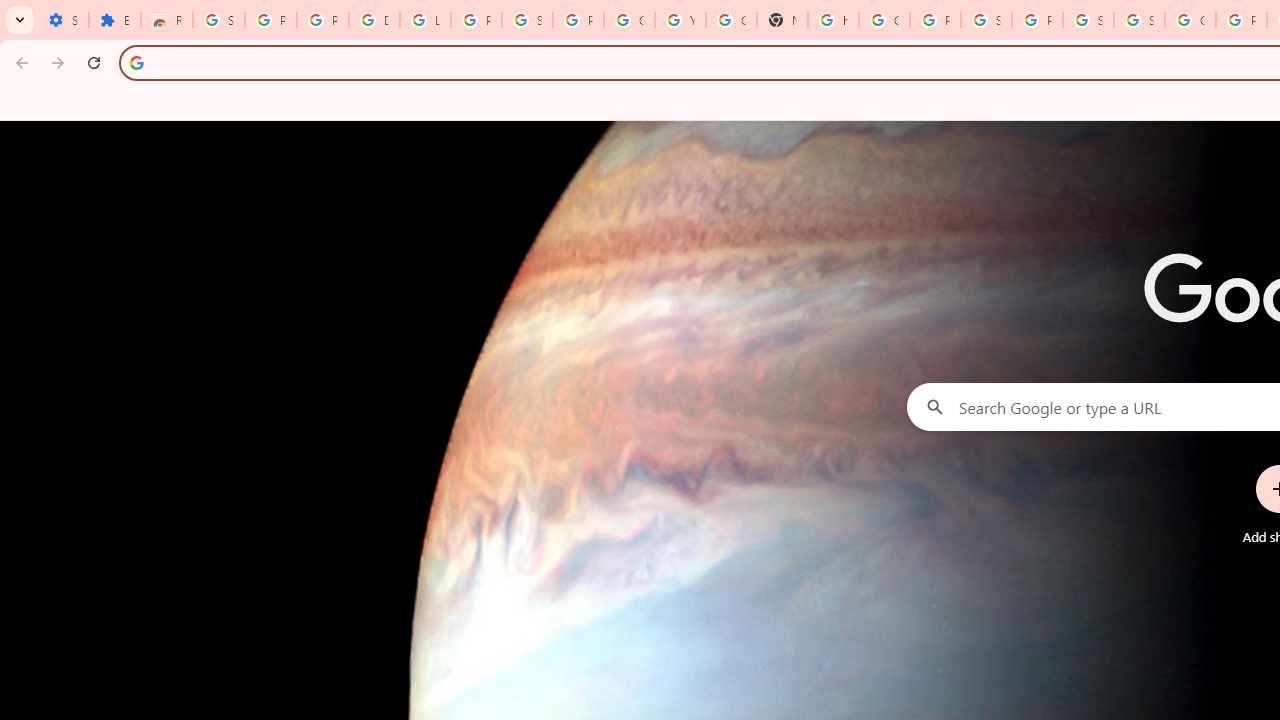 The width and height of the screenshot is (1280, 720). I want to click on 'Reviews: Helix Fruit Jump Arcade Game', so click(167, 20).